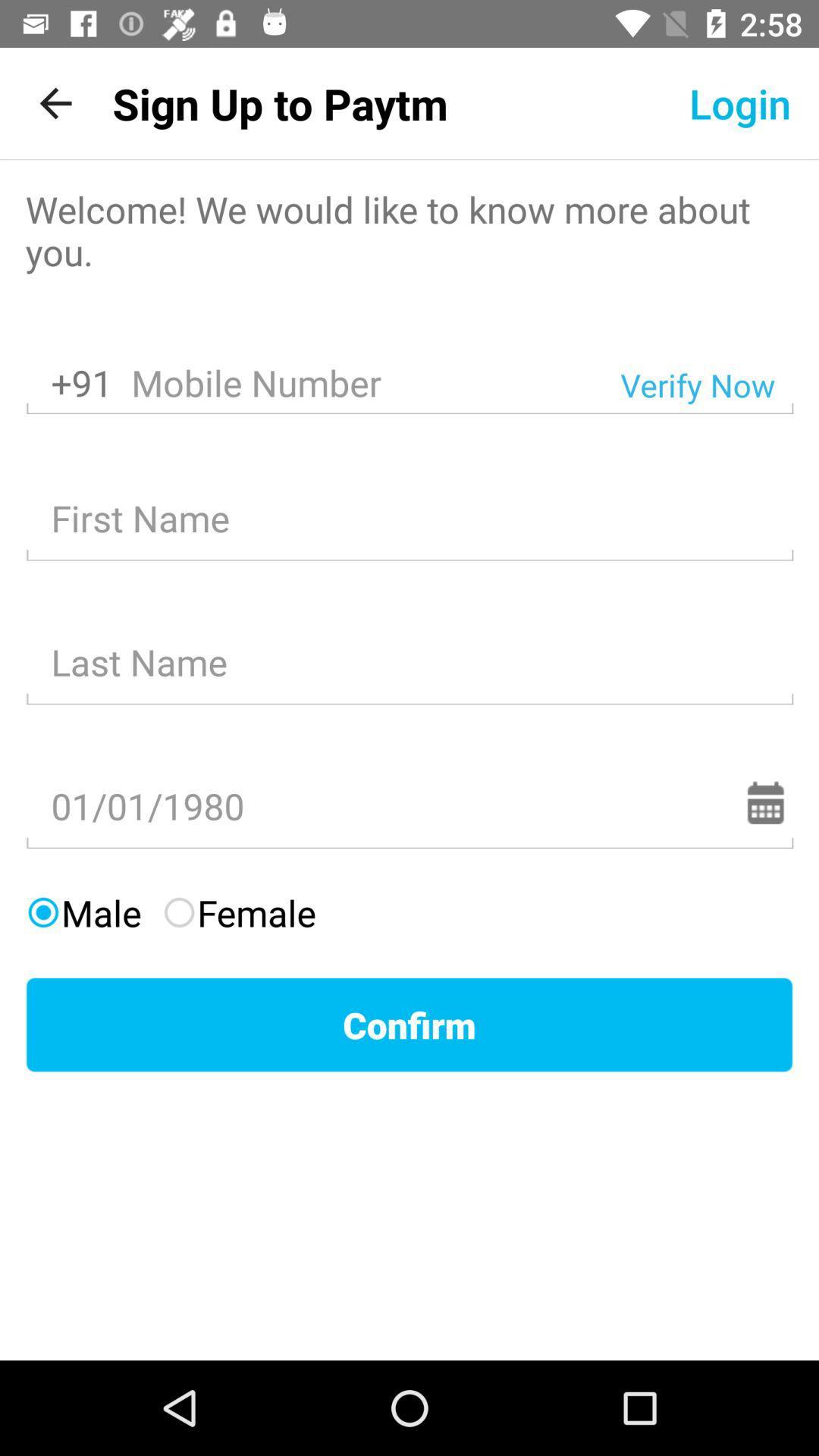 The height and width of the screenshot is (1456, 819). What do you see at coordinates (280, 102) in the screenshot?
I see `the item above welcome we would item` at bounding box center [280, 102].